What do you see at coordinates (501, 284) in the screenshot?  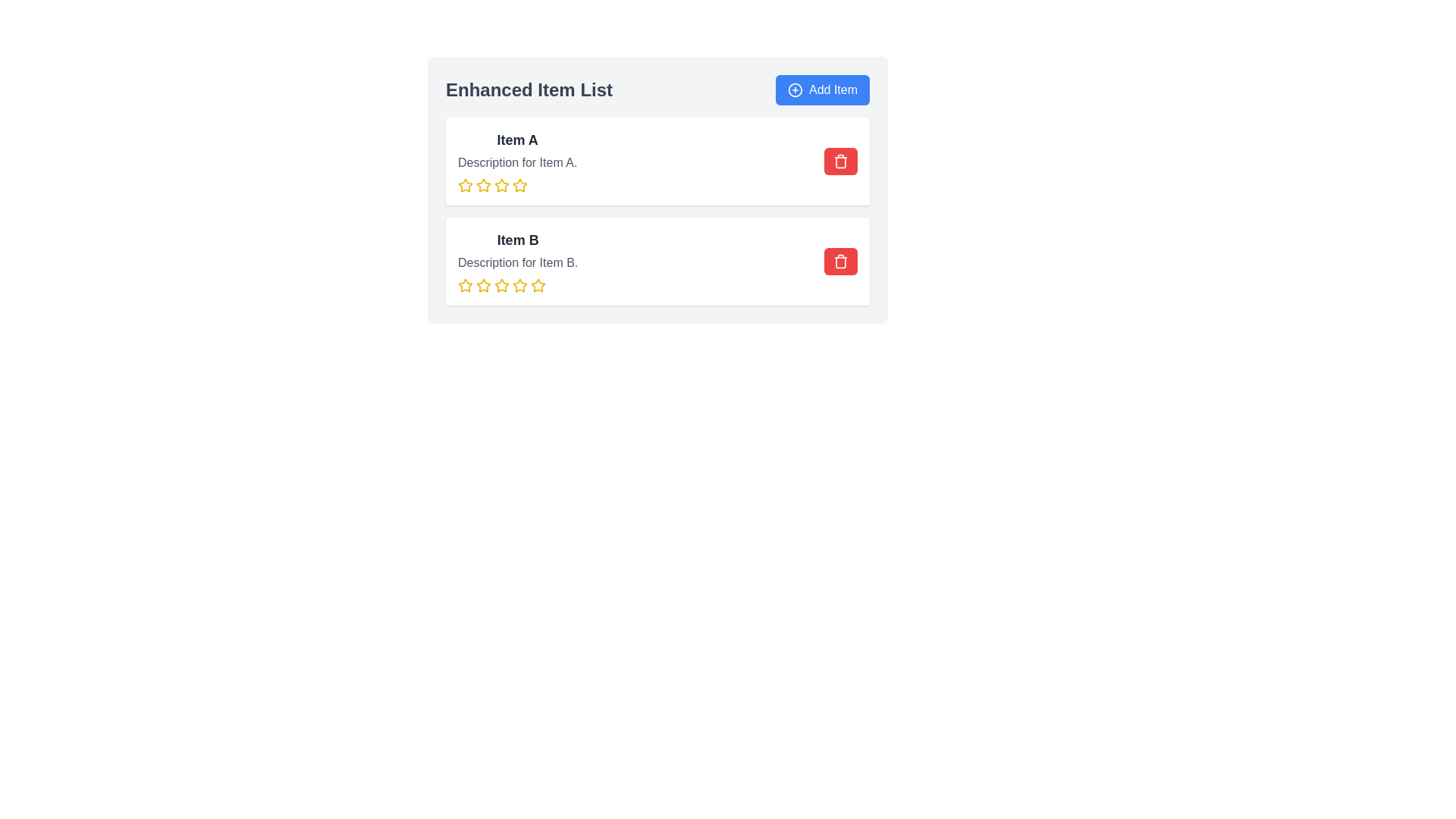 I see `the second star icon in the rating system below 'Item B'` at bounding box center [501, 284].